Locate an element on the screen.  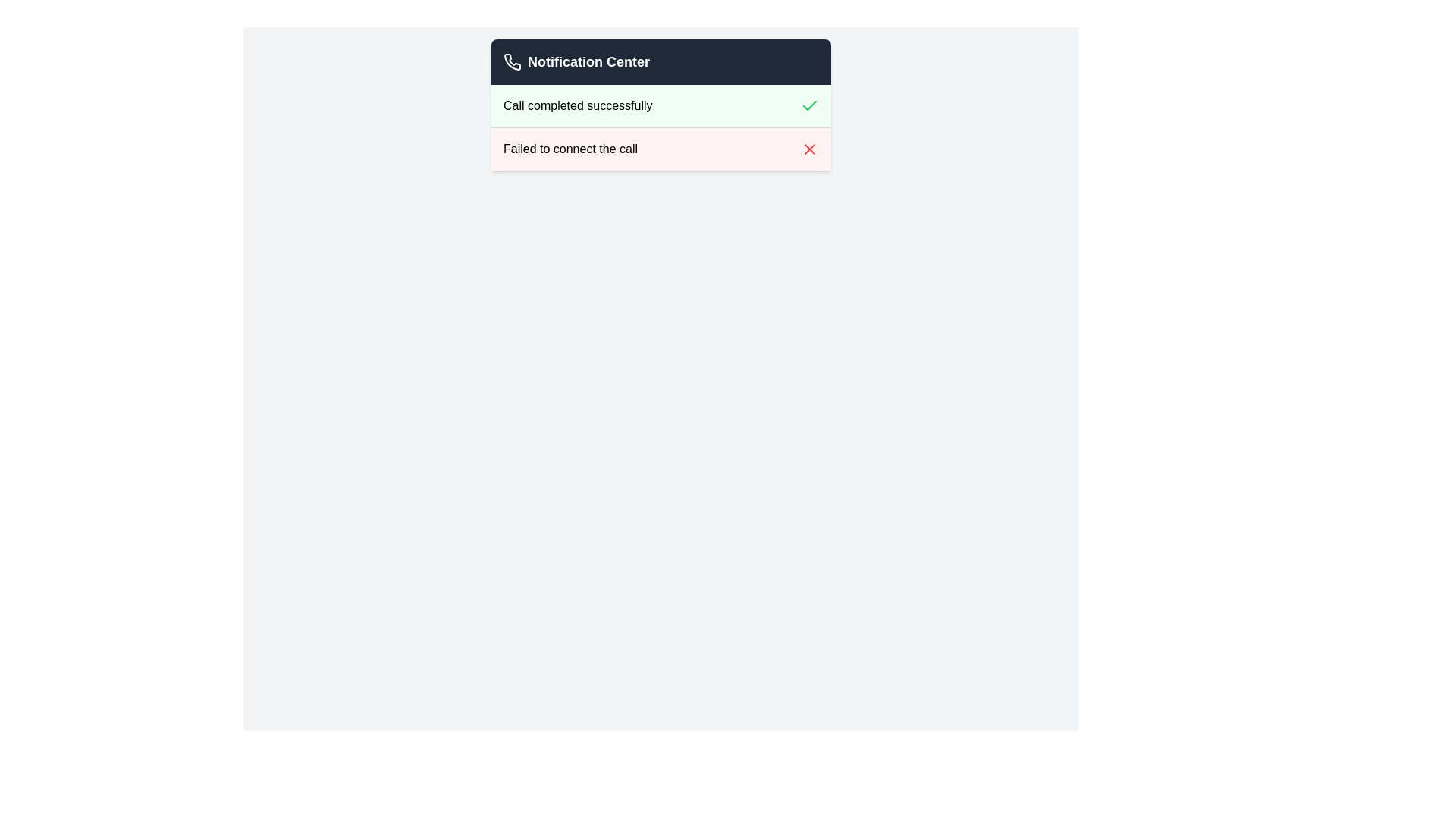
the notification text indicating a call connection attempt was unsuccessful, located below the 'Call completed successfully' text and to the left of the red 'X' icon is located at coordinates (570, 149).